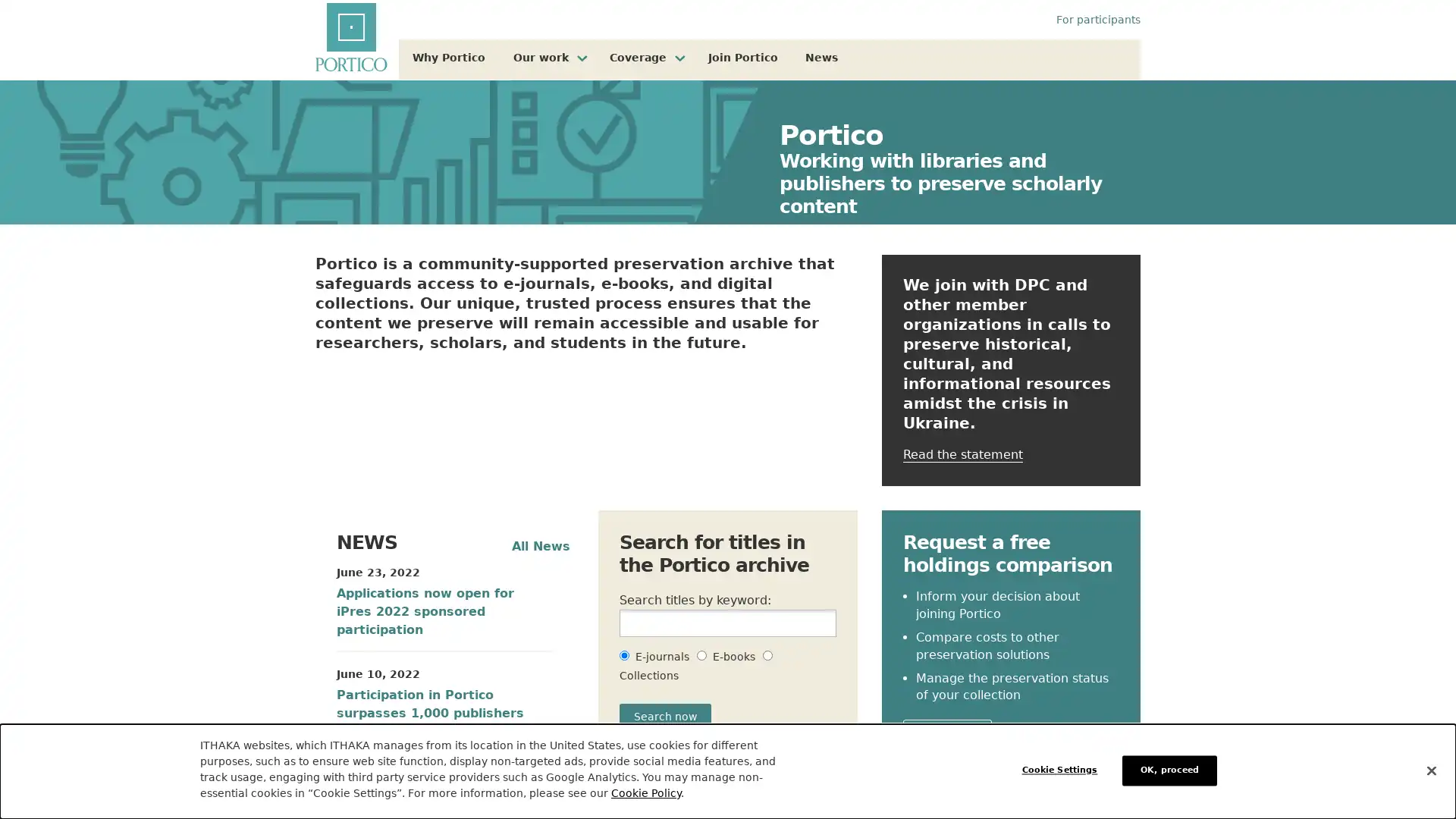  I want to click on OK, proceed, so click(1169, 770).